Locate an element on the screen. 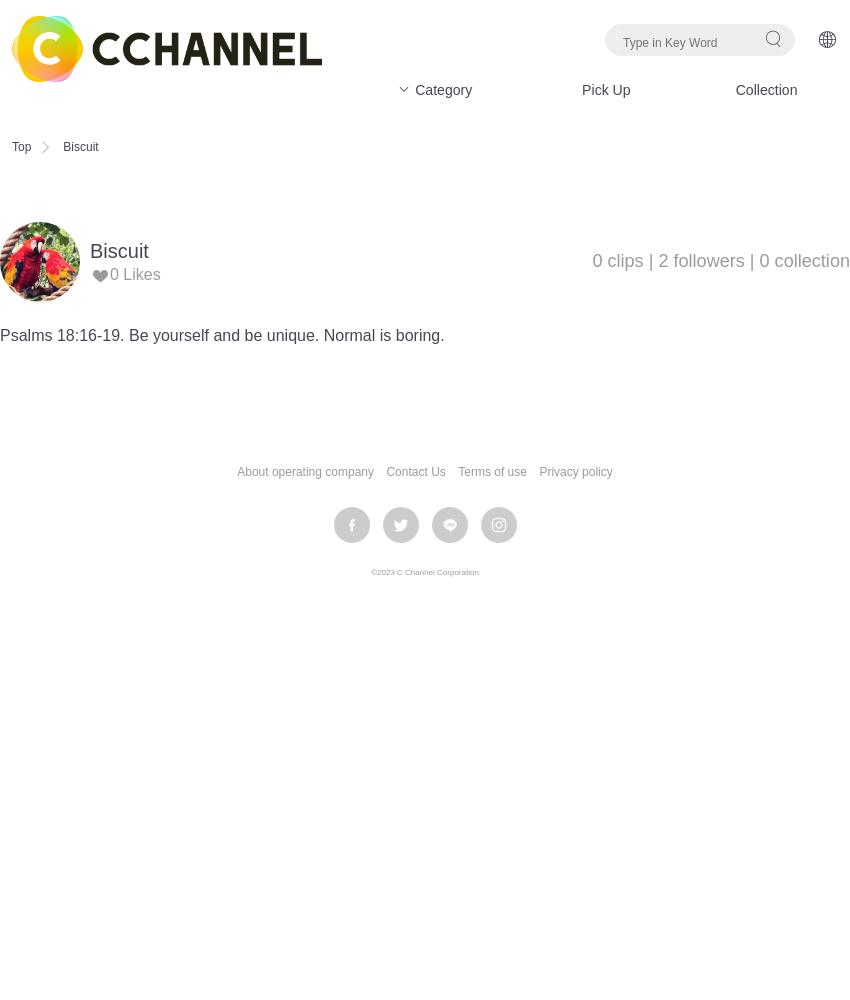 This screenshot has height=1000, width=850. 'Psalms 18:16-19.         Be yourself and be unique. Normal is boring.' is located at coordinates (222, 334).